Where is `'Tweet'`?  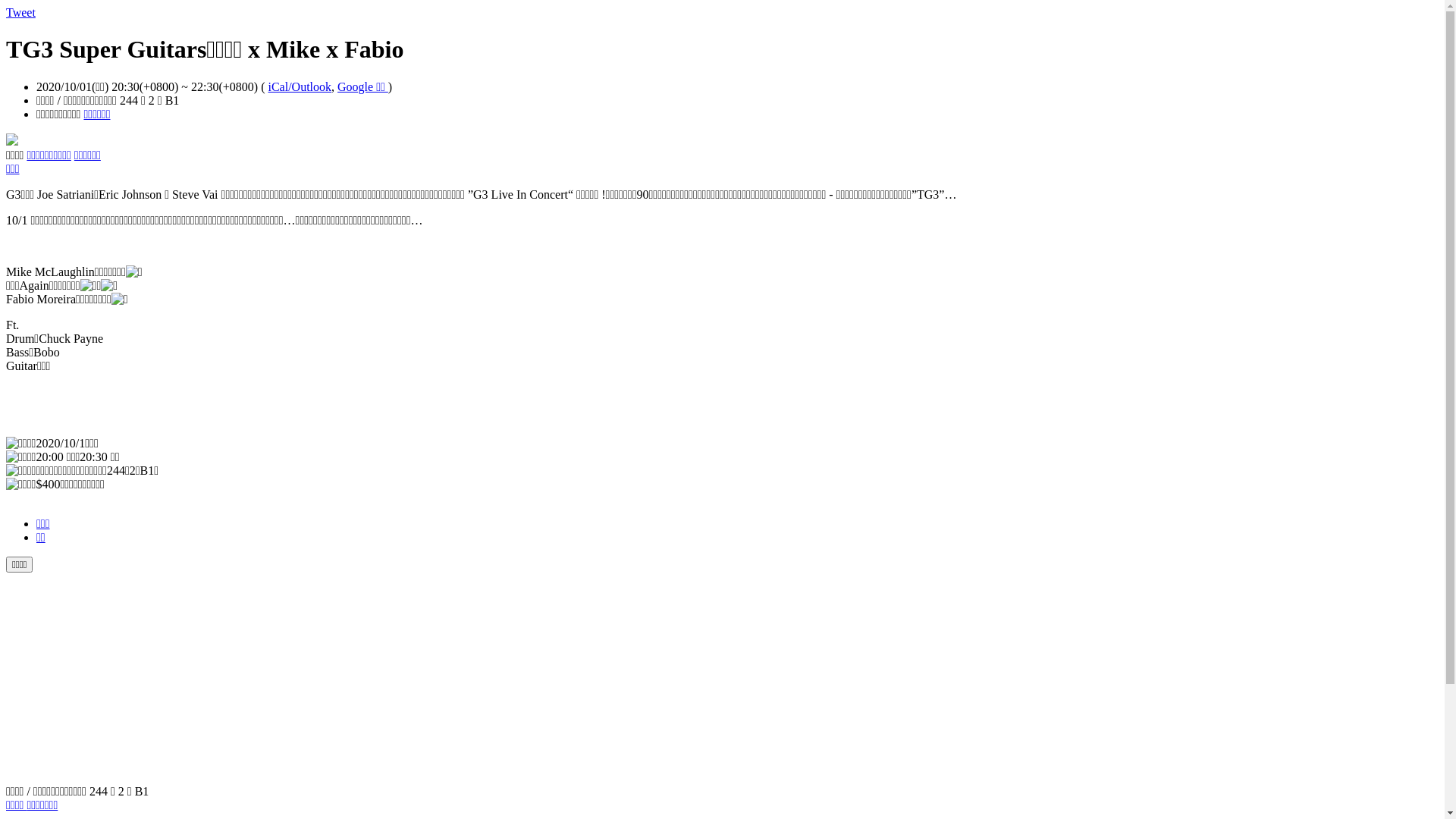
'Tweet' is located at coordinates (20, 12).